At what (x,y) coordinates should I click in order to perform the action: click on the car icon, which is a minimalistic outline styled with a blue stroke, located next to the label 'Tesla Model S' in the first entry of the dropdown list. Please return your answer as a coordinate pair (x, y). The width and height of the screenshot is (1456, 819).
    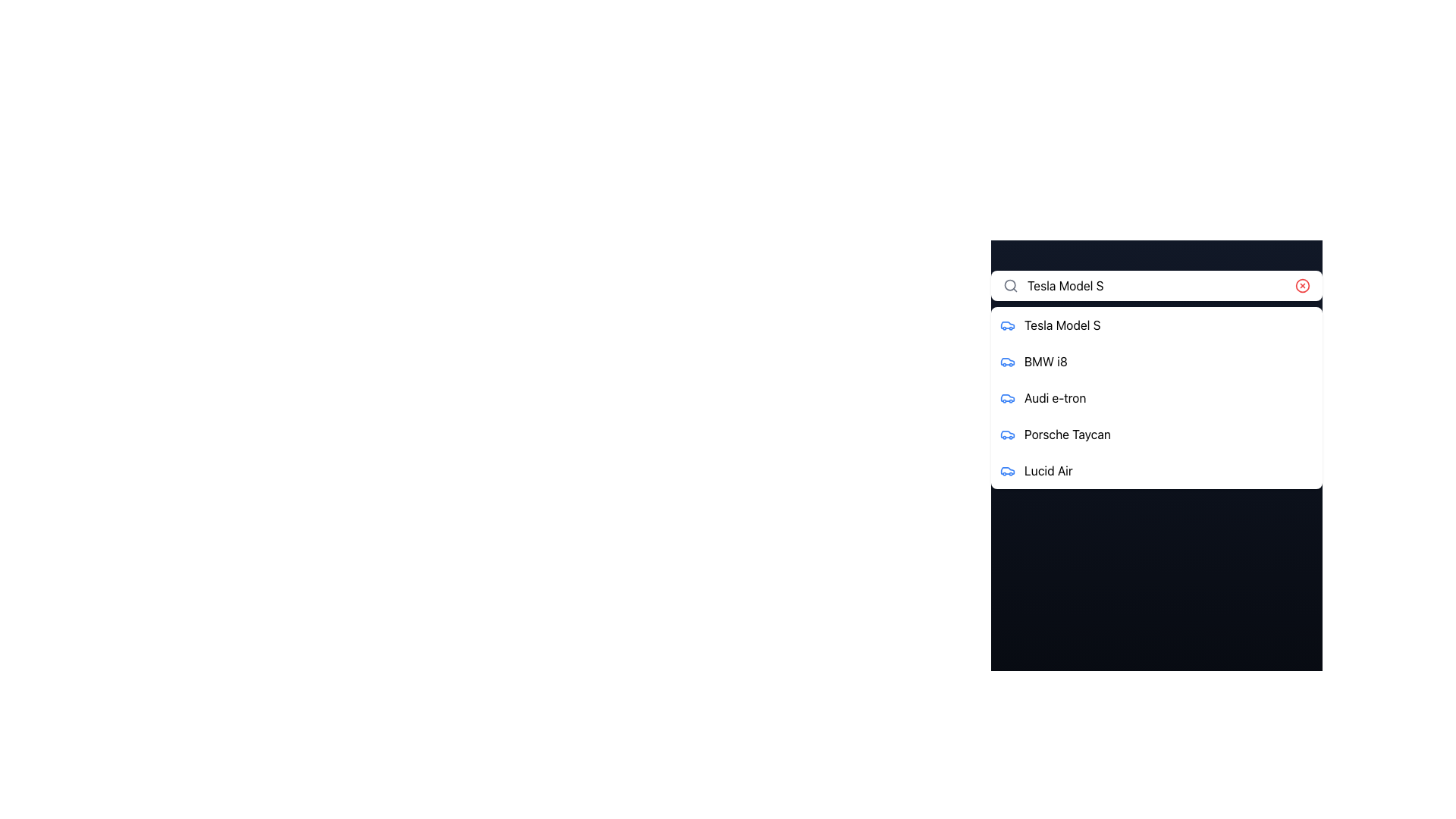
    Looking at the image, I should click on (1008, 324).